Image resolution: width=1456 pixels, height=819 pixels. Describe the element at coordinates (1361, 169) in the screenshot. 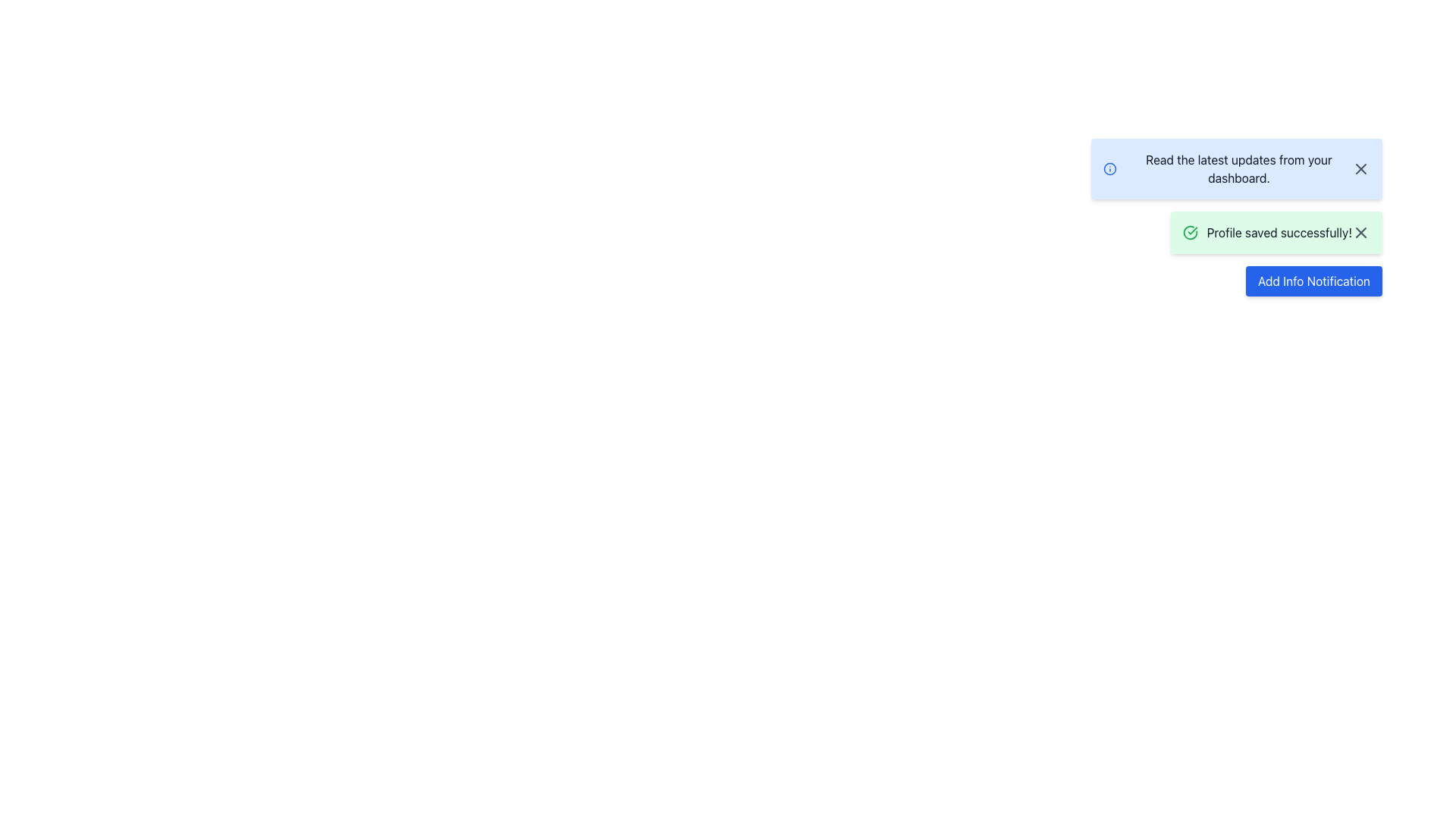

I see `the 'X' close button located in the top-right corner of the blue notification box to change its color` at that location.